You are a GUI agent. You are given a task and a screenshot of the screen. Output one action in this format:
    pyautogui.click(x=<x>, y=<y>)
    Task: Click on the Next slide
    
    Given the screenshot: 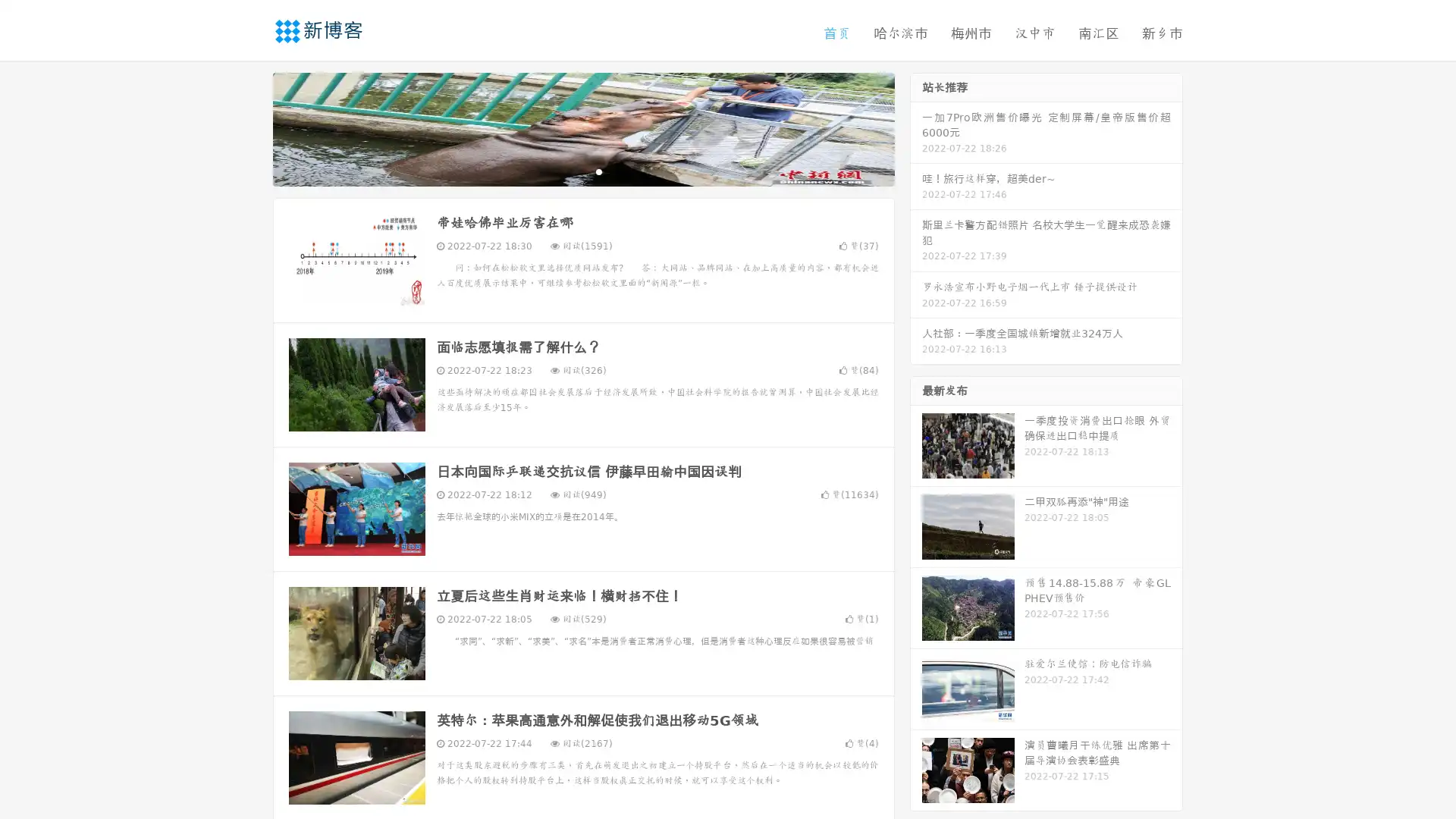 What is the action you would take?
    pyautogui.click(x=916, y=127)
    